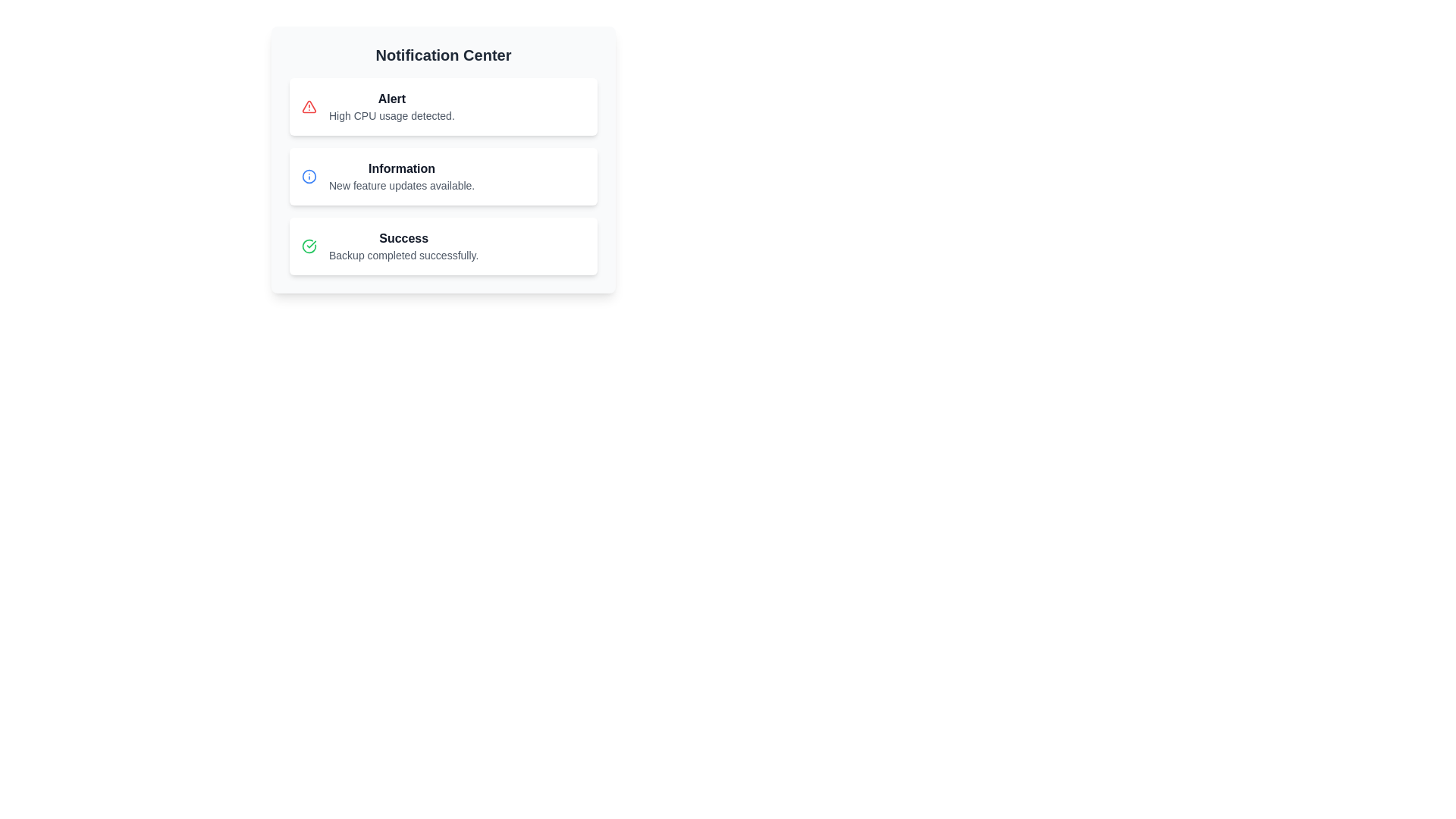 This screenshot has width=1456, height=819. What do you see at coordinates (402, 169) in the screenshot?
I see `the header text label of the second notification block, which summarizes the type or category of the notification, located at the top center above the text 'New feature updates available.'` at bounding box center [402, 169].